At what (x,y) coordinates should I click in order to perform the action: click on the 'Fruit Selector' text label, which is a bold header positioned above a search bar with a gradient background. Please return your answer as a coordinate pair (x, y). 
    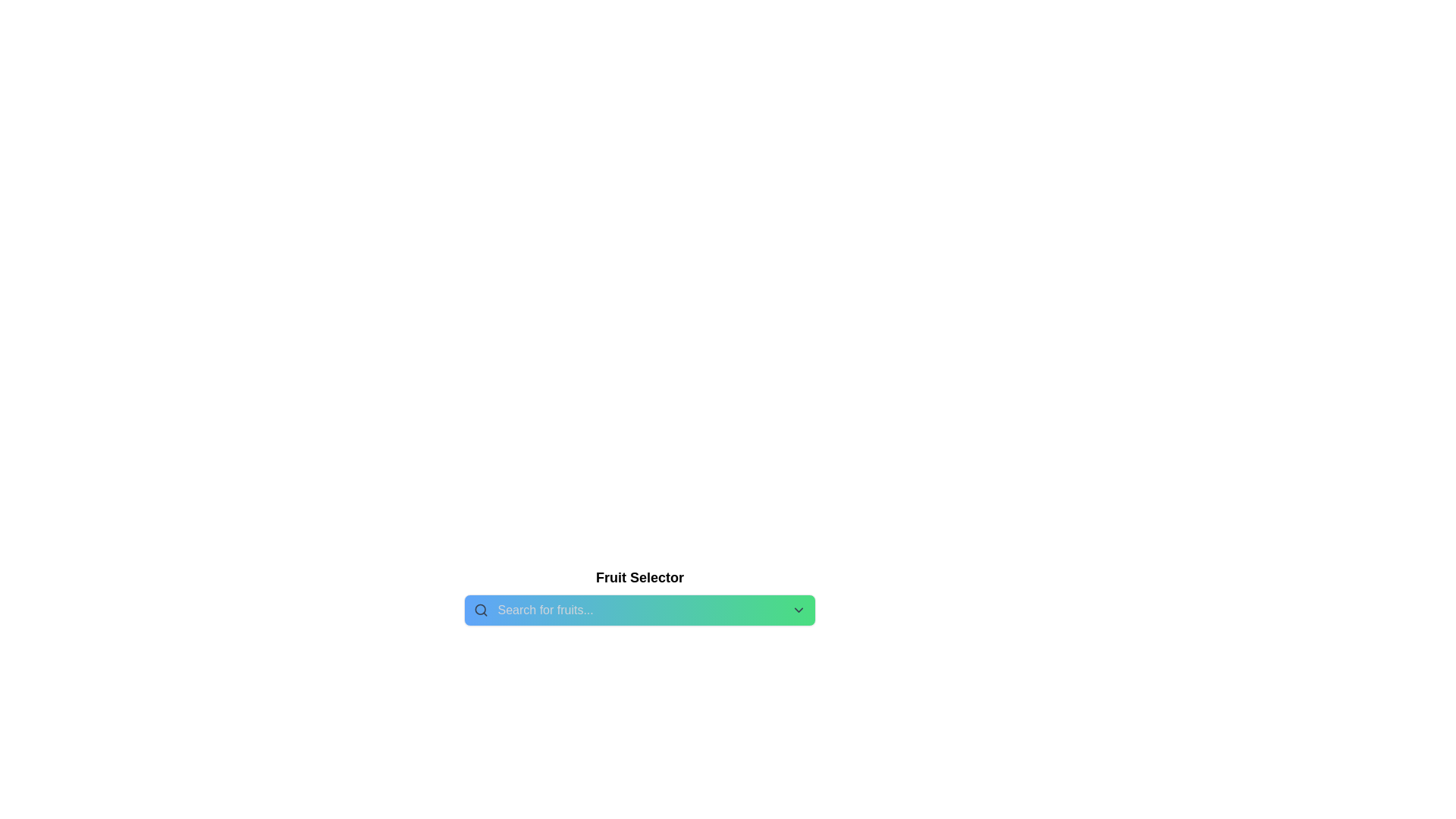
    Looking at the image, I should click on (640, 578).